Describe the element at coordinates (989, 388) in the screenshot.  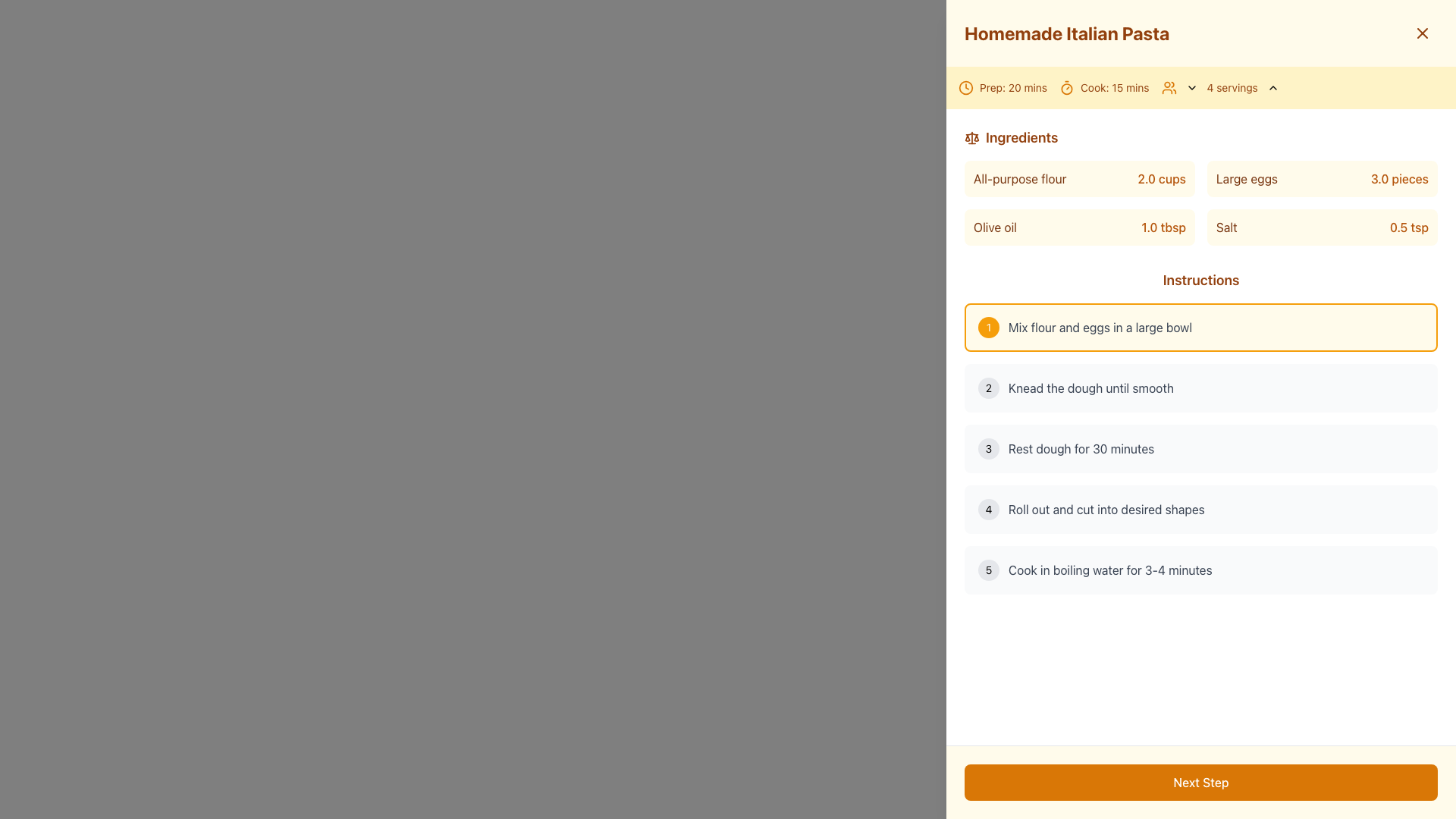
I see `the circular badge with a light gray background and the black numeral '2' centered inside, which indicates the second step in the instruction list next to 'Knead the dough until smooth'` at that location.